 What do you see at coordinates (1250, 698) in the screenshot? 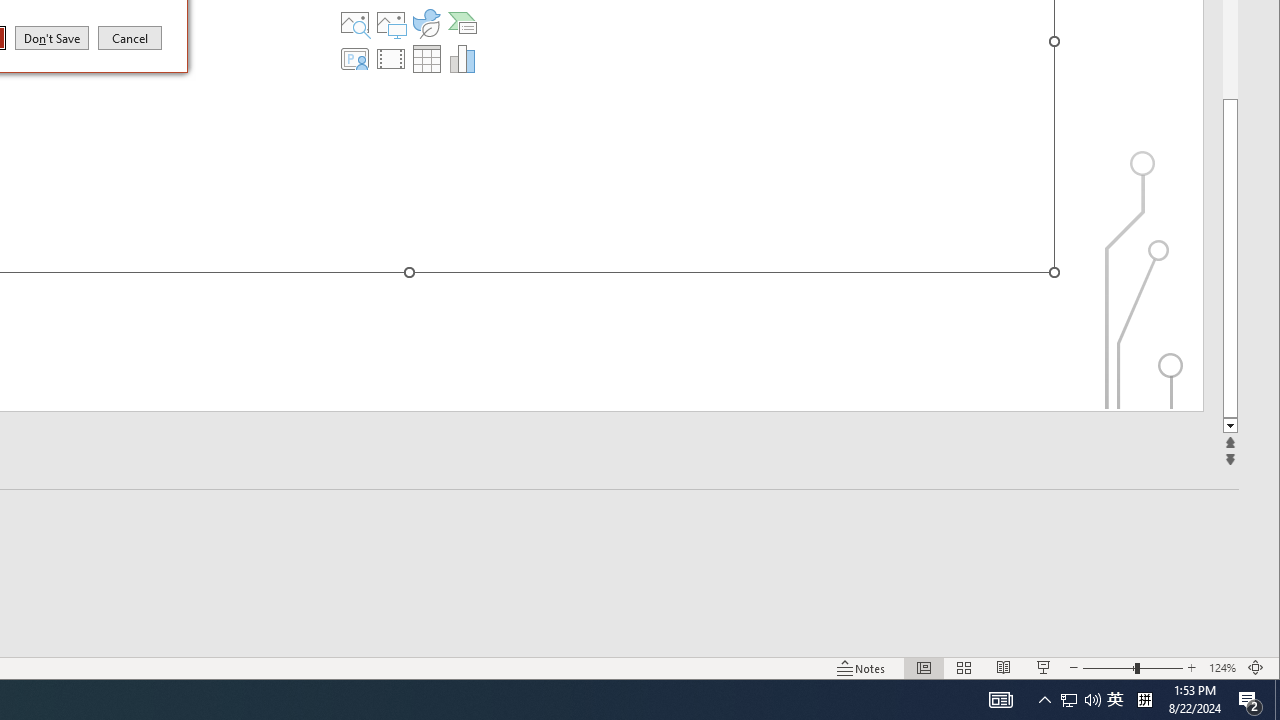
I see `'Action Center, 2 new notifications'` at bounding box center [1250, 698].